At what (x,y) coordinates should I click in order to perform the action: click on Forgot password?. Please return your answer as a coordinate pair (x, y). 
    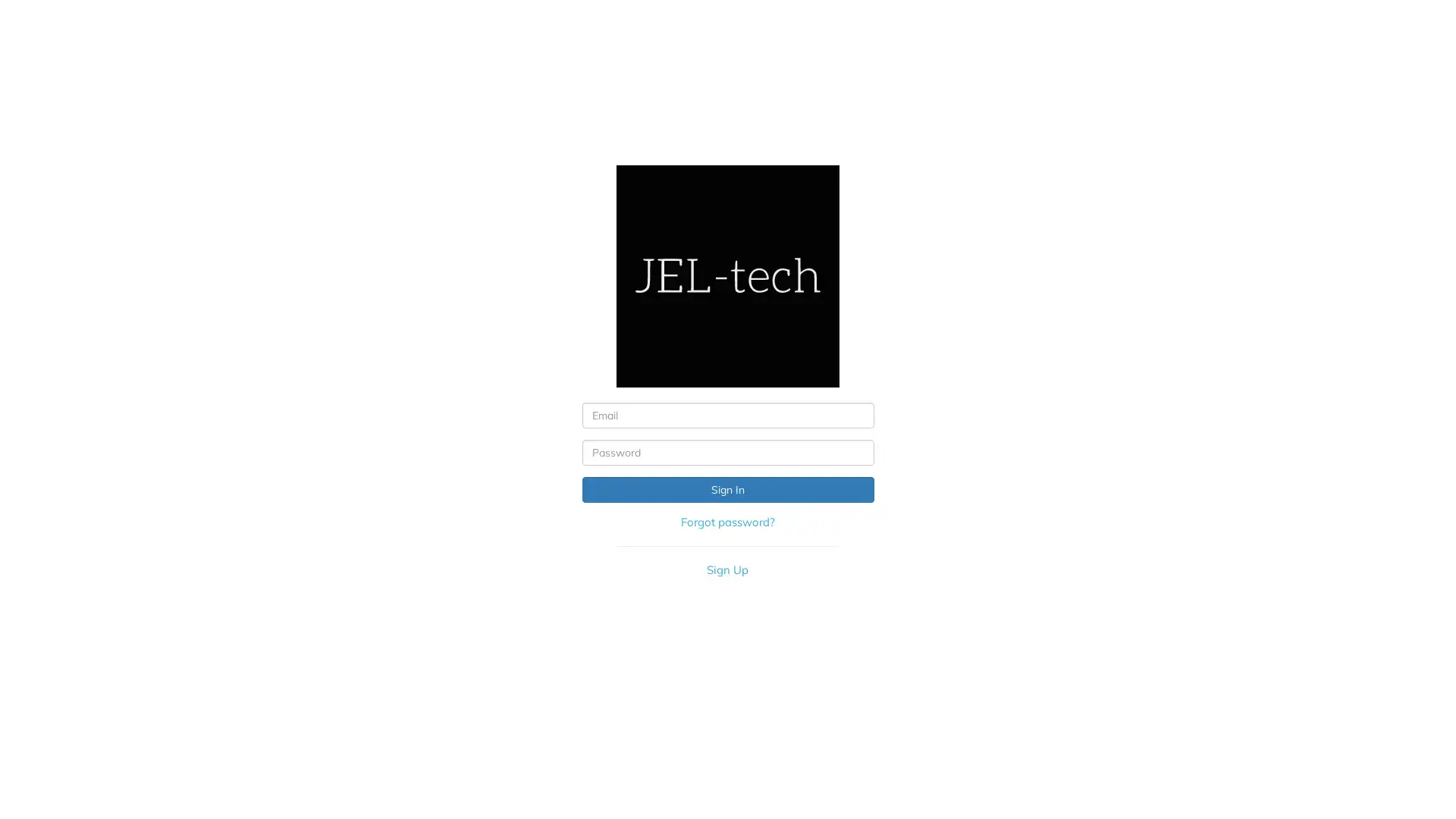
    Looking at the image, I should click on (726, 521).